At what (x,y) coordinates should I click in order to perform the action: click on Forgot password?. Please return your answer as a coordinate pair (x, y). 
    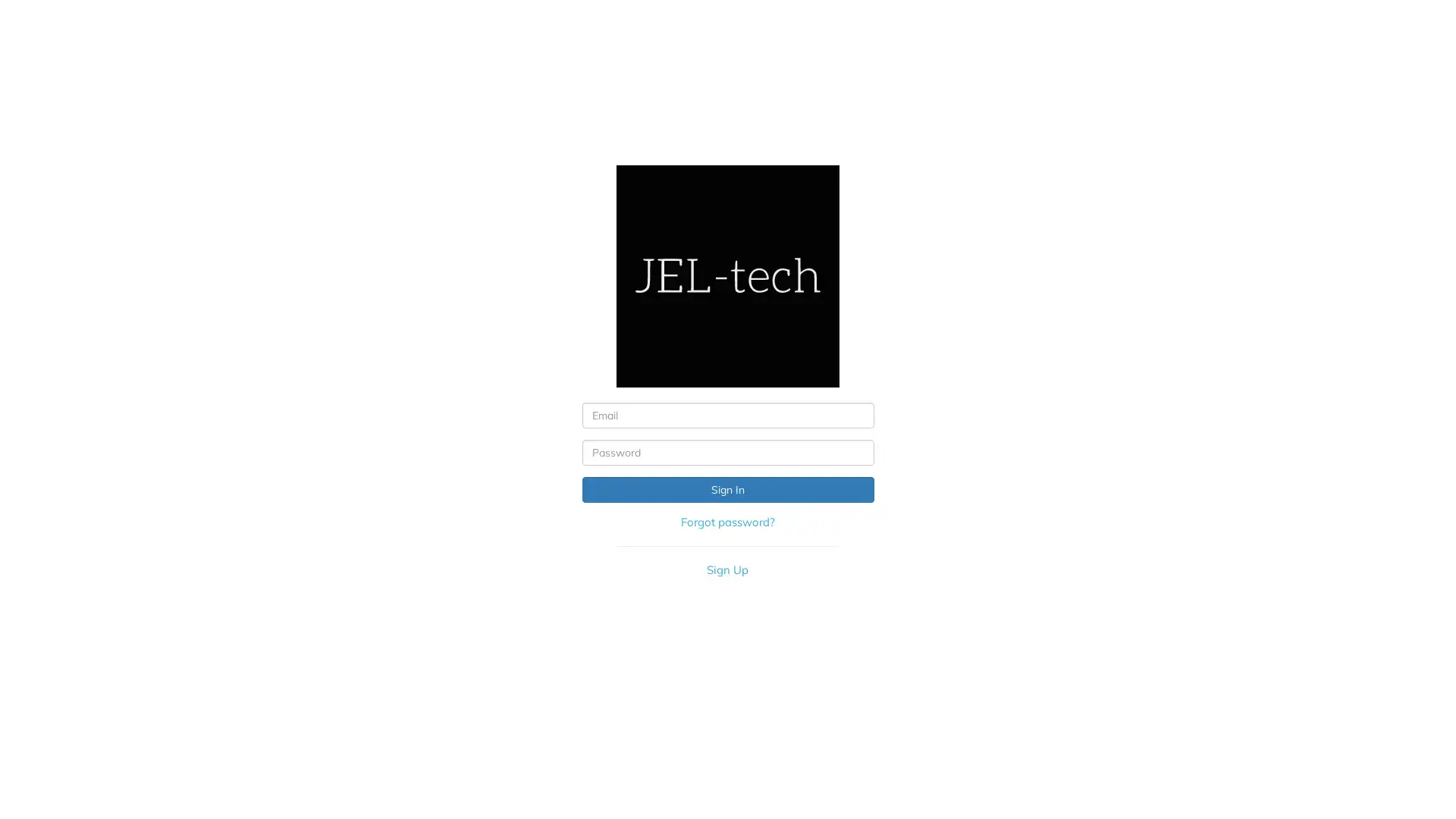
    Looking at the image, I should click on (726, 521).